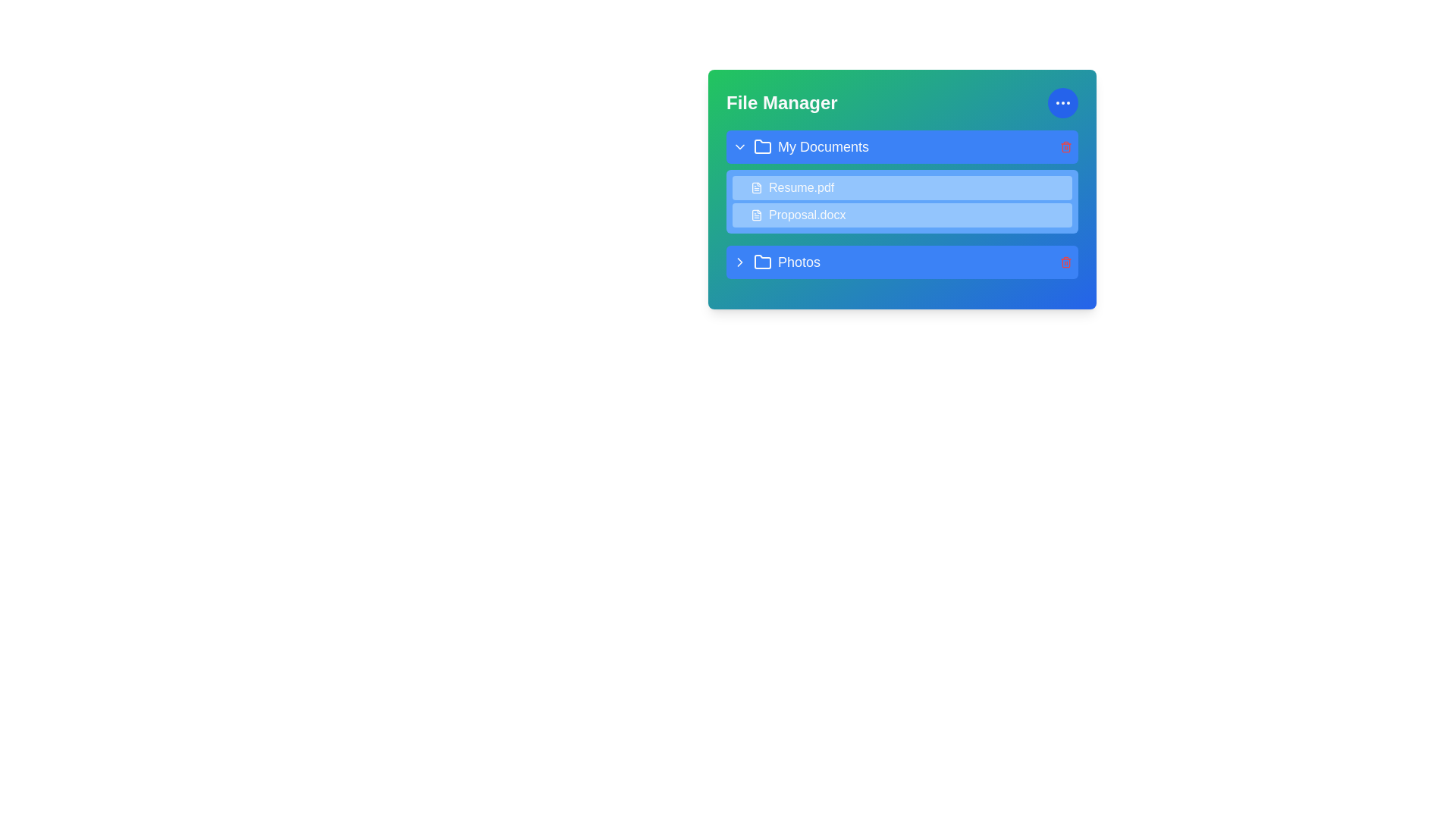 The height and width of the screenshot is (819, 1456). I want to click on the folder icon representing the 'Photos' directory, located adjacent to the 'Photos' text, so click(763, 262).